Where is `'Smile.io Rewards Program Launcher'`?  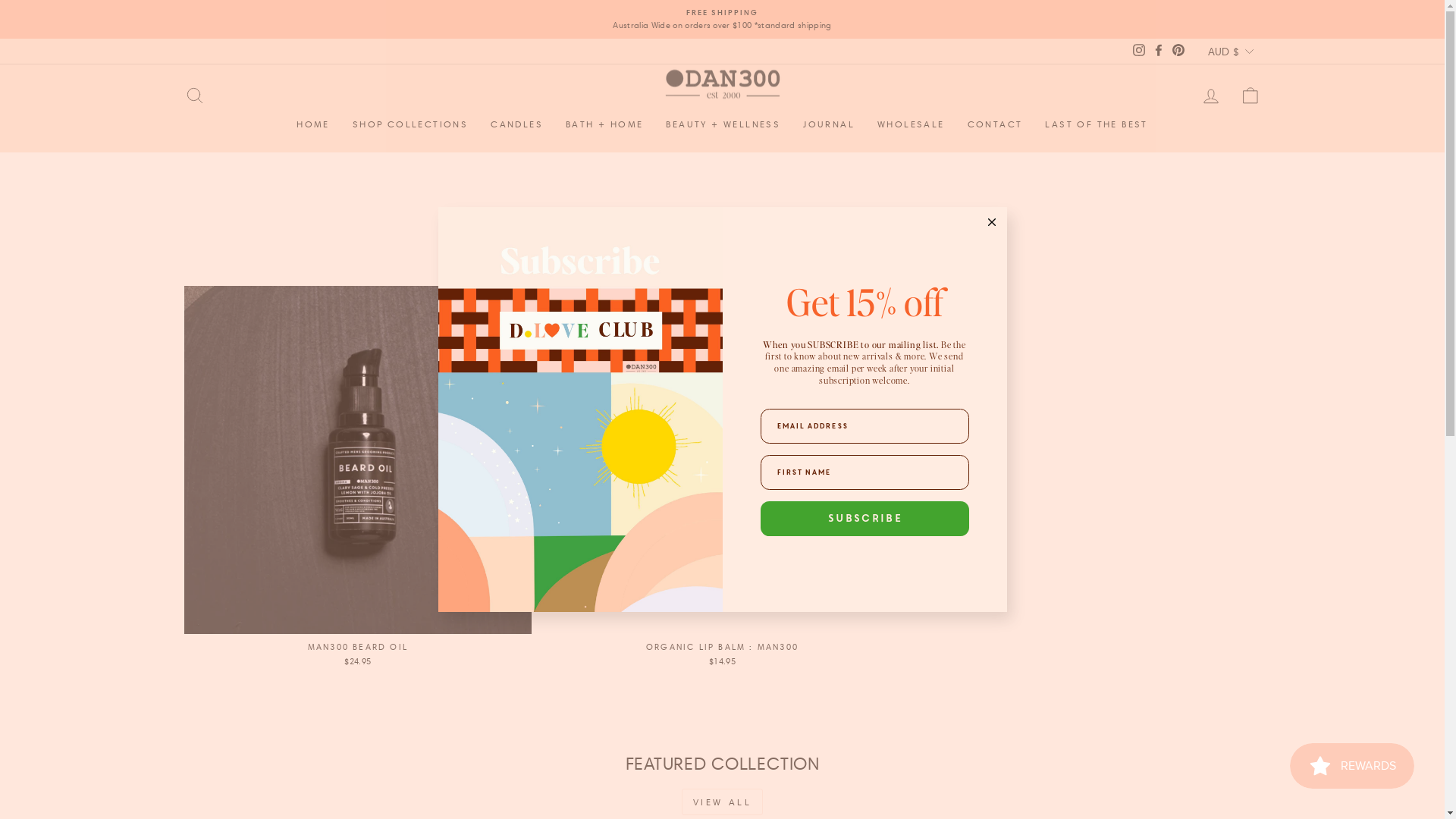 'Smile.io Rewards Program Launcher' is located at coordinates (1351, 766).